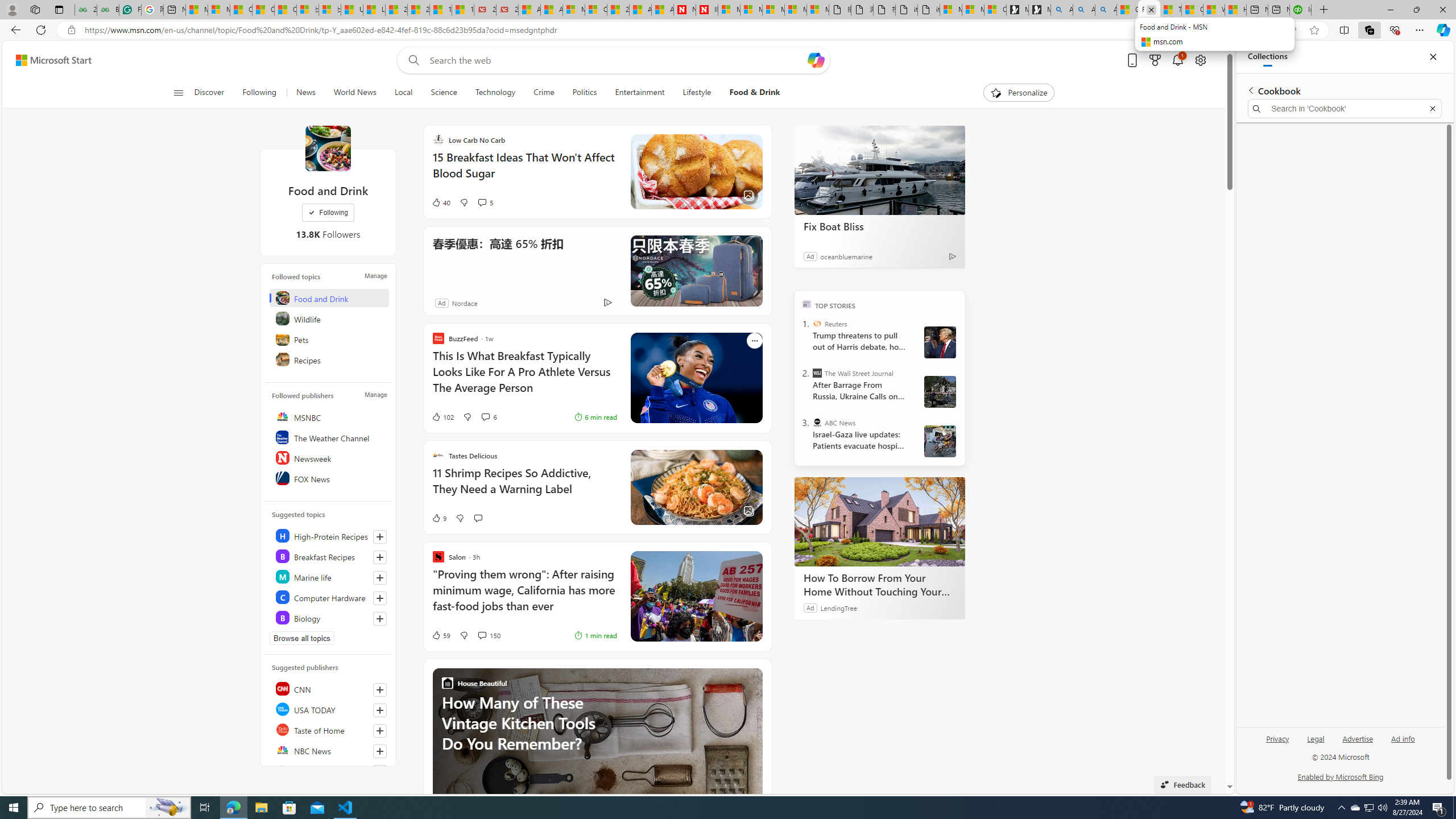 Image resolution: width=1456 pixels, height=819 pixels. What do you see at coordinates (816, 372) in the screenshot?
I see `'The Wall Street Journal'` at bounding box center [816, 372].